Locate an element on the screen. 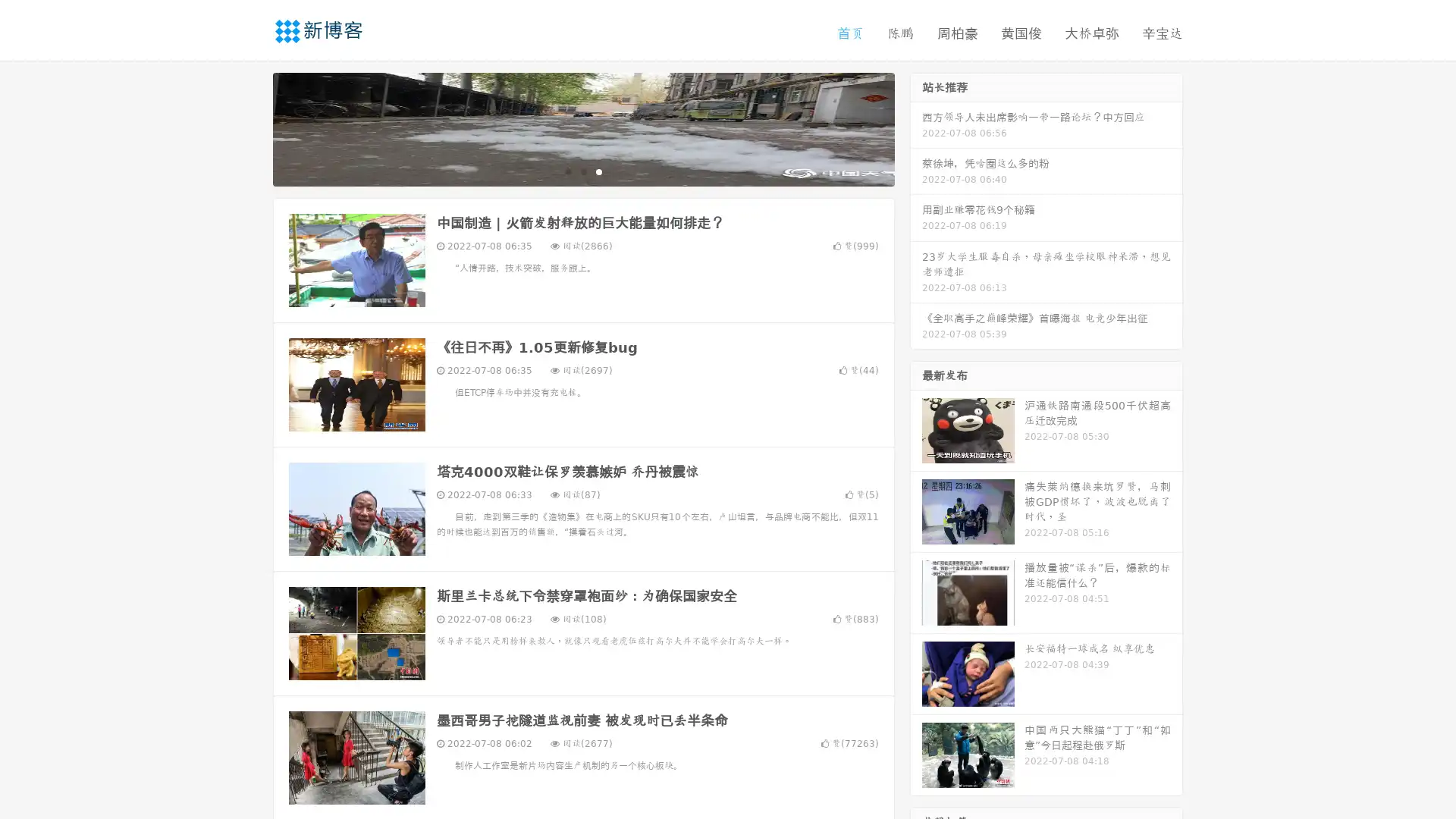 This screenshot has height=819, width=1456. Next slide is located at coordinates (916, 127).